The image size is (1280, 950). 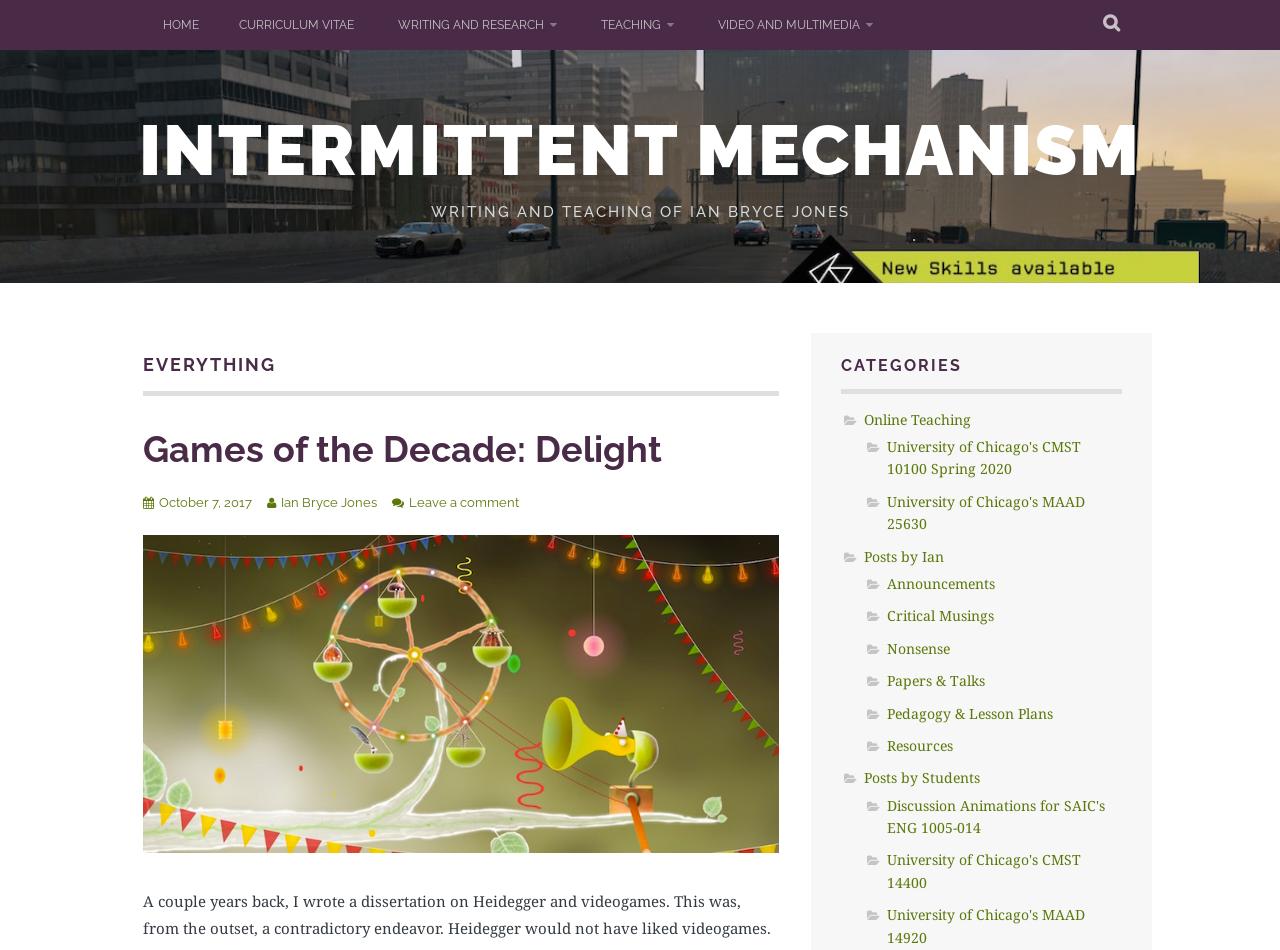 I want to click on 'University of Chicago's CMST 10100 Spring 2020', so click(x=983, y=456).